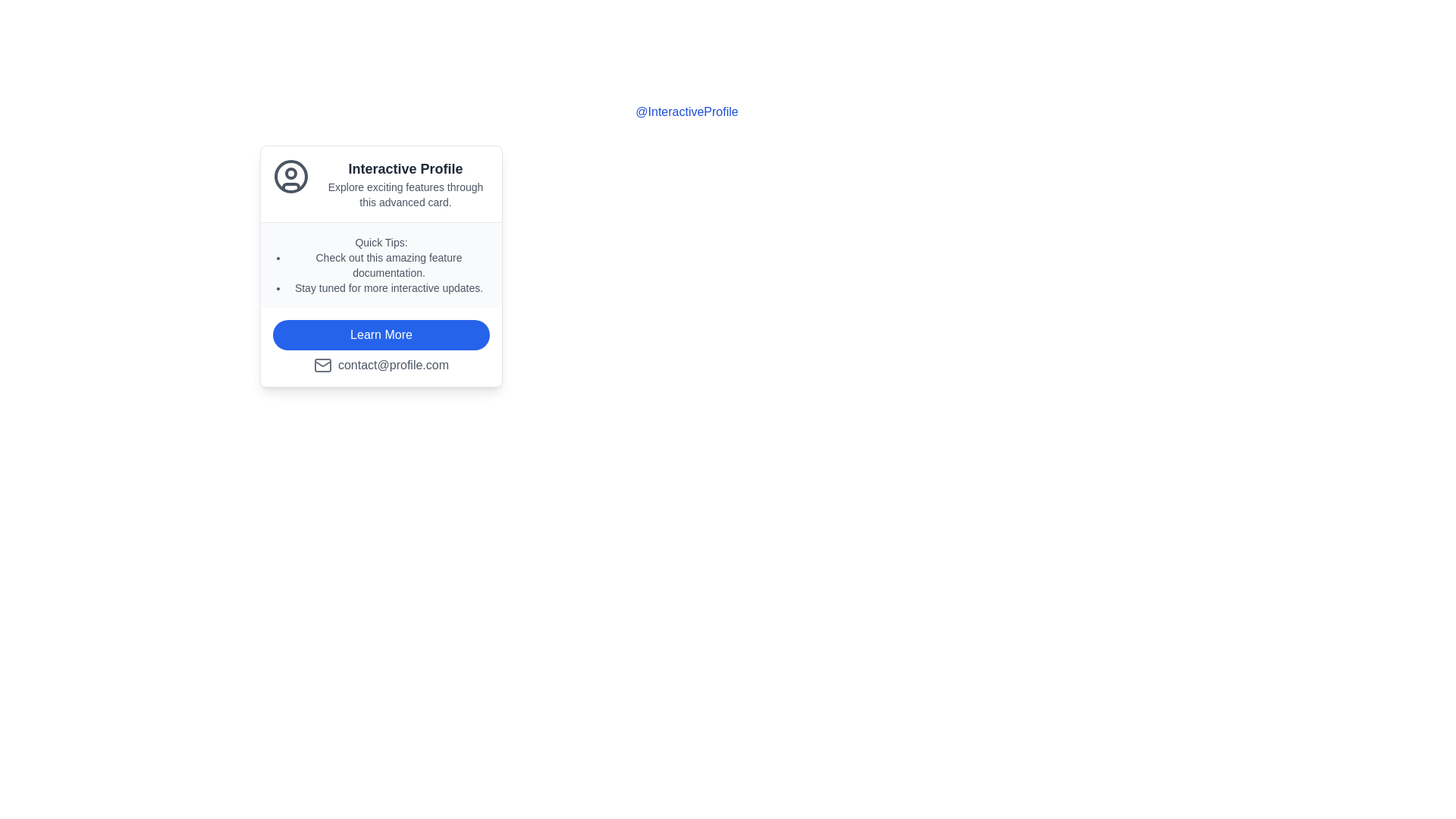 The height and width of the screenshot is (819, 1456). What do you see at coordinates (389, 271) in the screenshot?
I see `the first and only bulleted list located directly beneath the 'Quick Tips:' label` at bounding box center [389, 271].